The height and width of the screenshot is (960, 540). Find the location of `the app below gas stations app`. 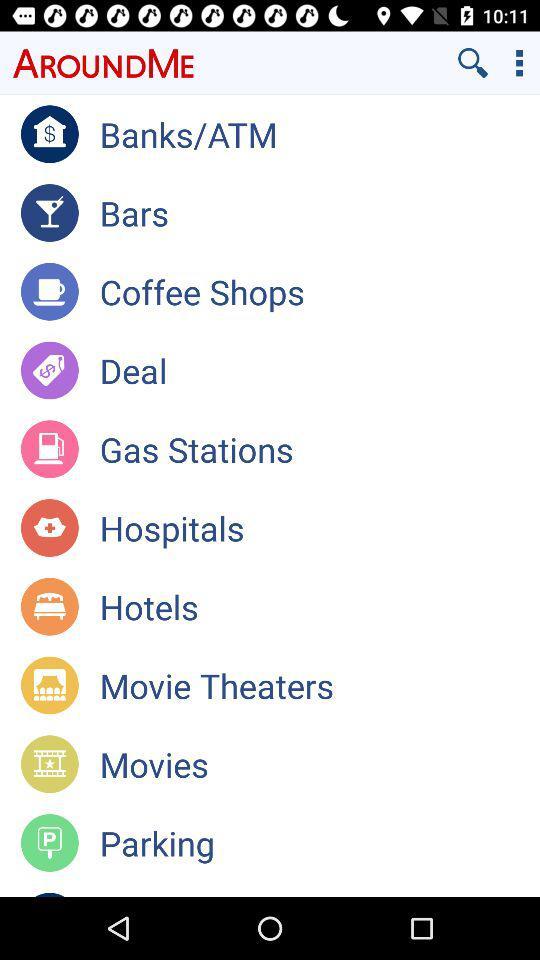

the app below gas stations app is located at coordinates (319, 527).